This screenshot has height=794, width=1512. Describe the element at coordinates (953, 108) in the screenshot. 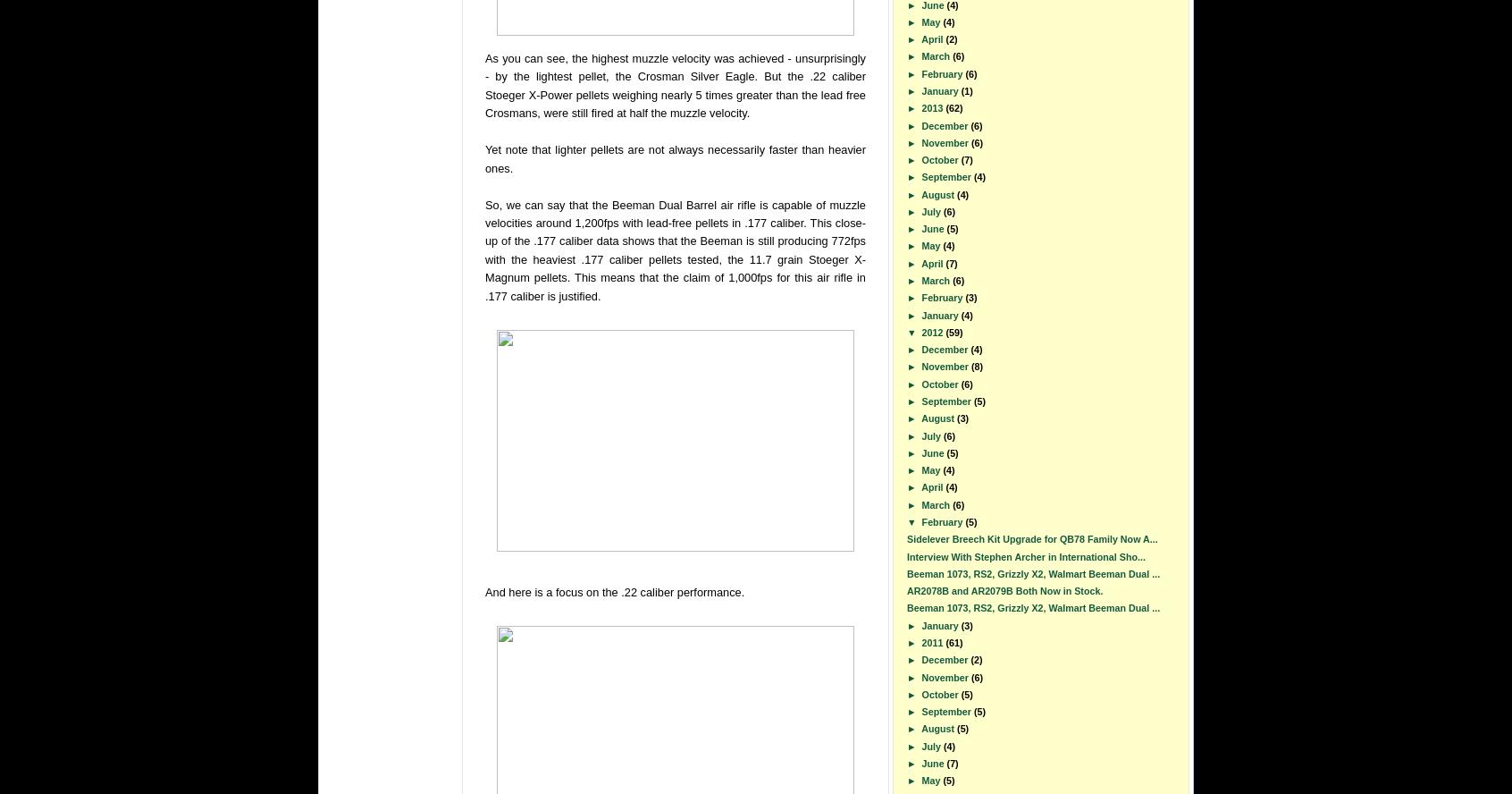

I see `'(62)'` at that location.